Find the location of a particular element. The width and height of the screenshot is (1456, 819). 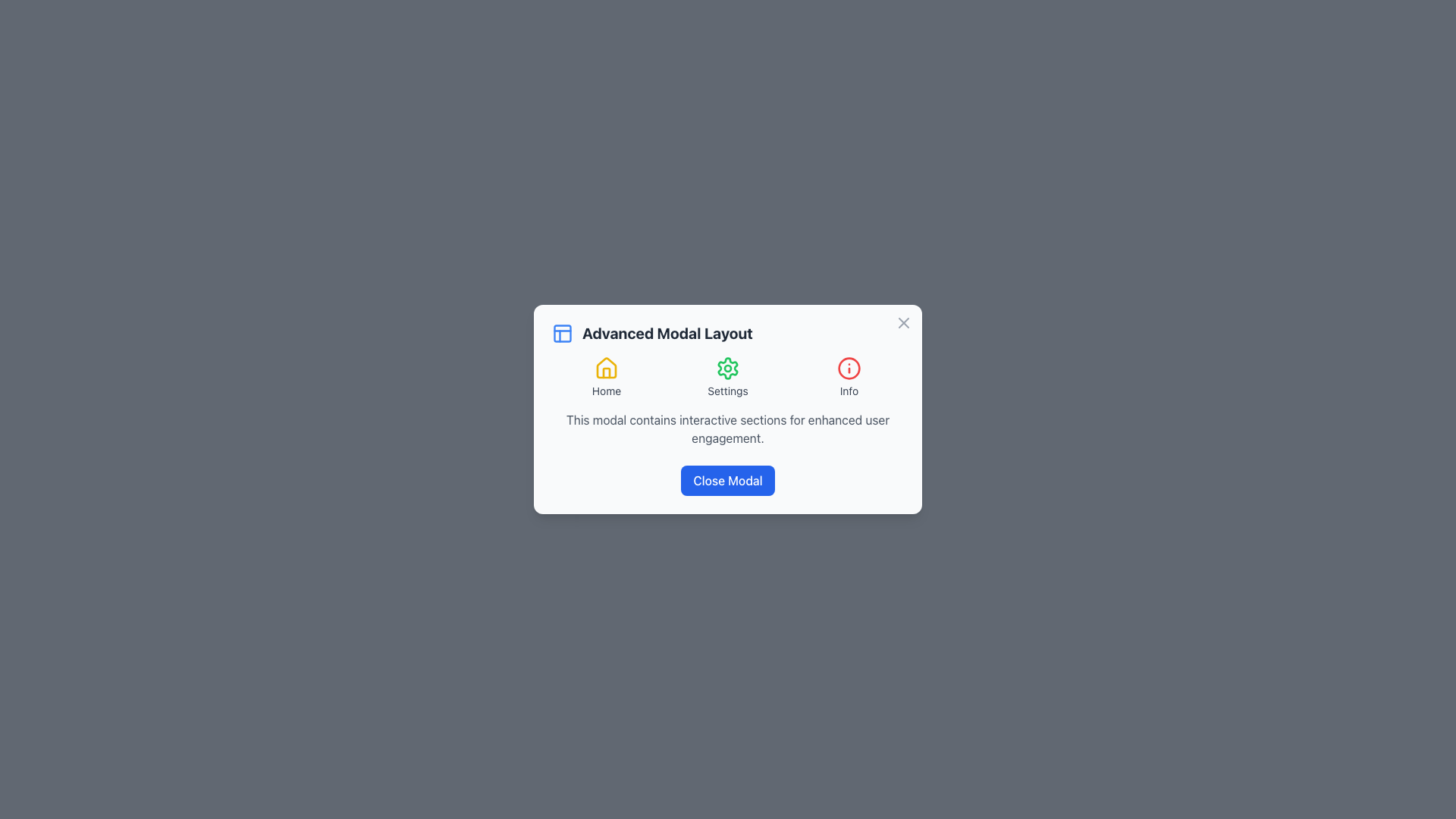

the 'Settings' icon in the navigation menu located within the 'Advanced Modal Layout' dialog box is located at coordinates (728, 376).